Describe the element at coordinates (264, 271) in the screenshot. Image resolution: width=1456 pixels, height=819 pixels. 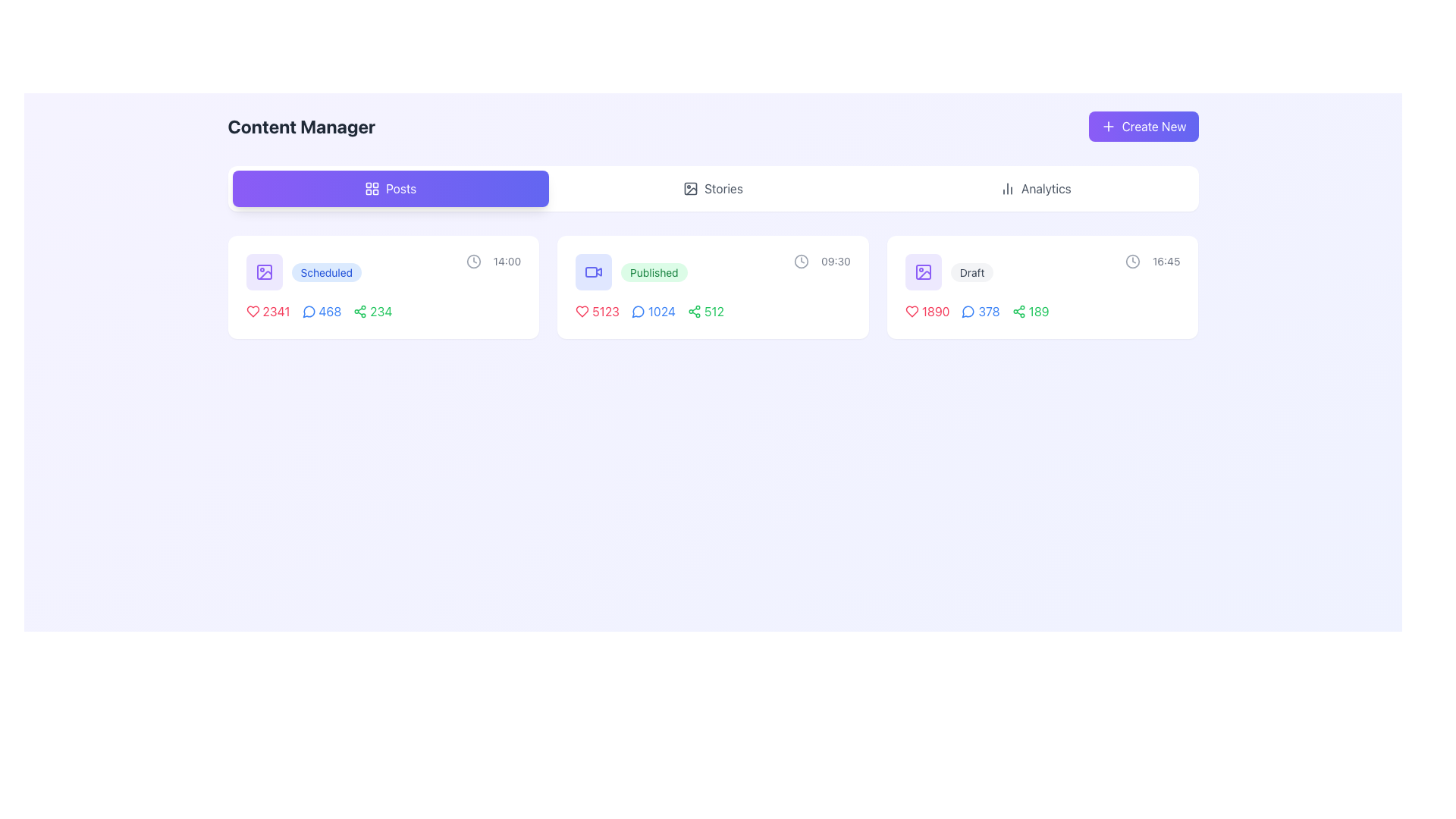
I see `the icon with a purple outline resembling an image, located inside the 'Scheduled' card in the top-left corner, which has a circular purple background` at that location.